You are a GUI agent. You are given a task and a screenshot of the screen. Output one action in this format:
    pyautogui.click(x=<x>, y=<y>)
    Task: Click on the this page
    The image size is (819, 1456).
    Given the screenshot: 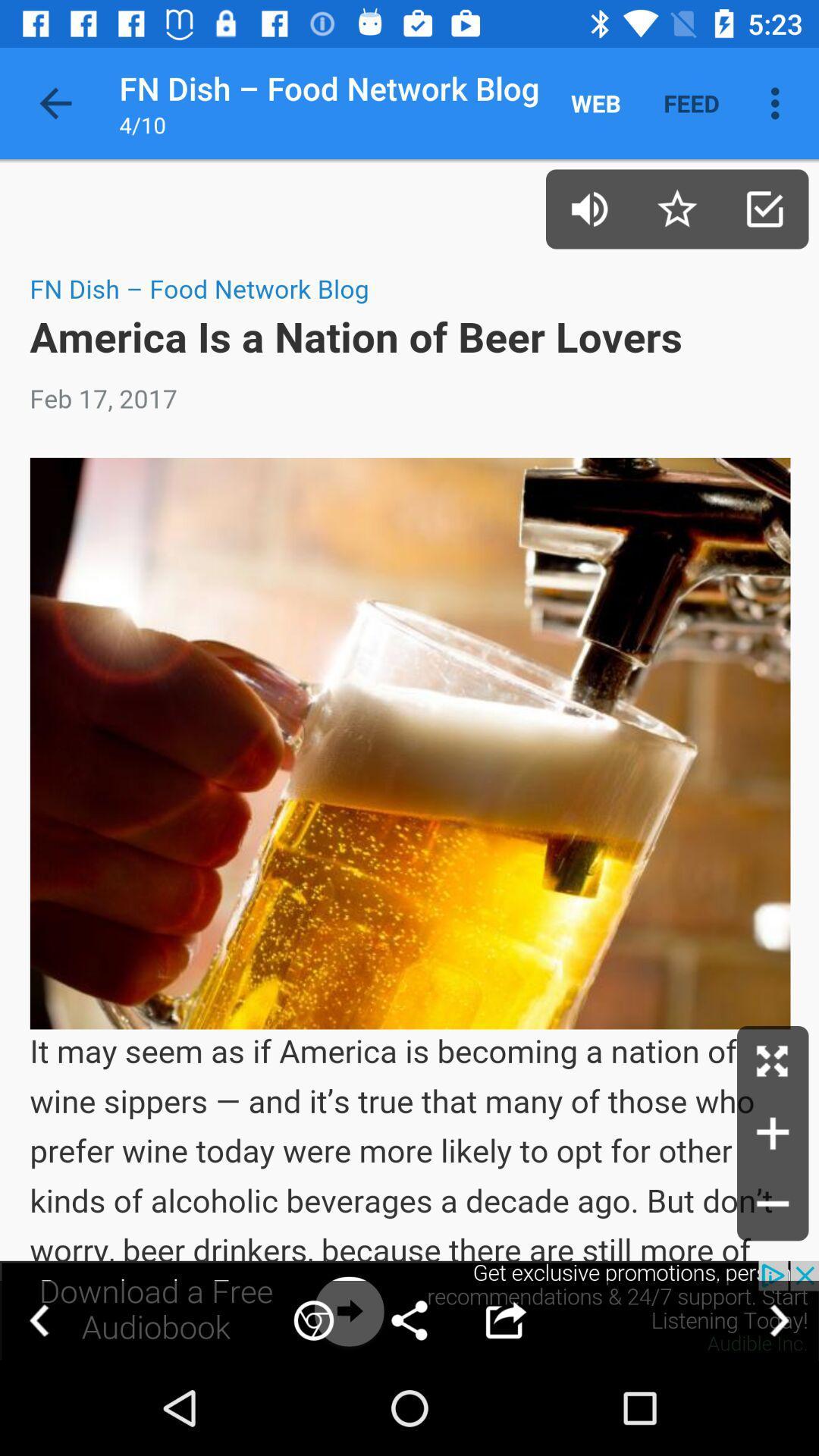 What is the action you would take?
    pyautogui.click(x=676, y=208)
    